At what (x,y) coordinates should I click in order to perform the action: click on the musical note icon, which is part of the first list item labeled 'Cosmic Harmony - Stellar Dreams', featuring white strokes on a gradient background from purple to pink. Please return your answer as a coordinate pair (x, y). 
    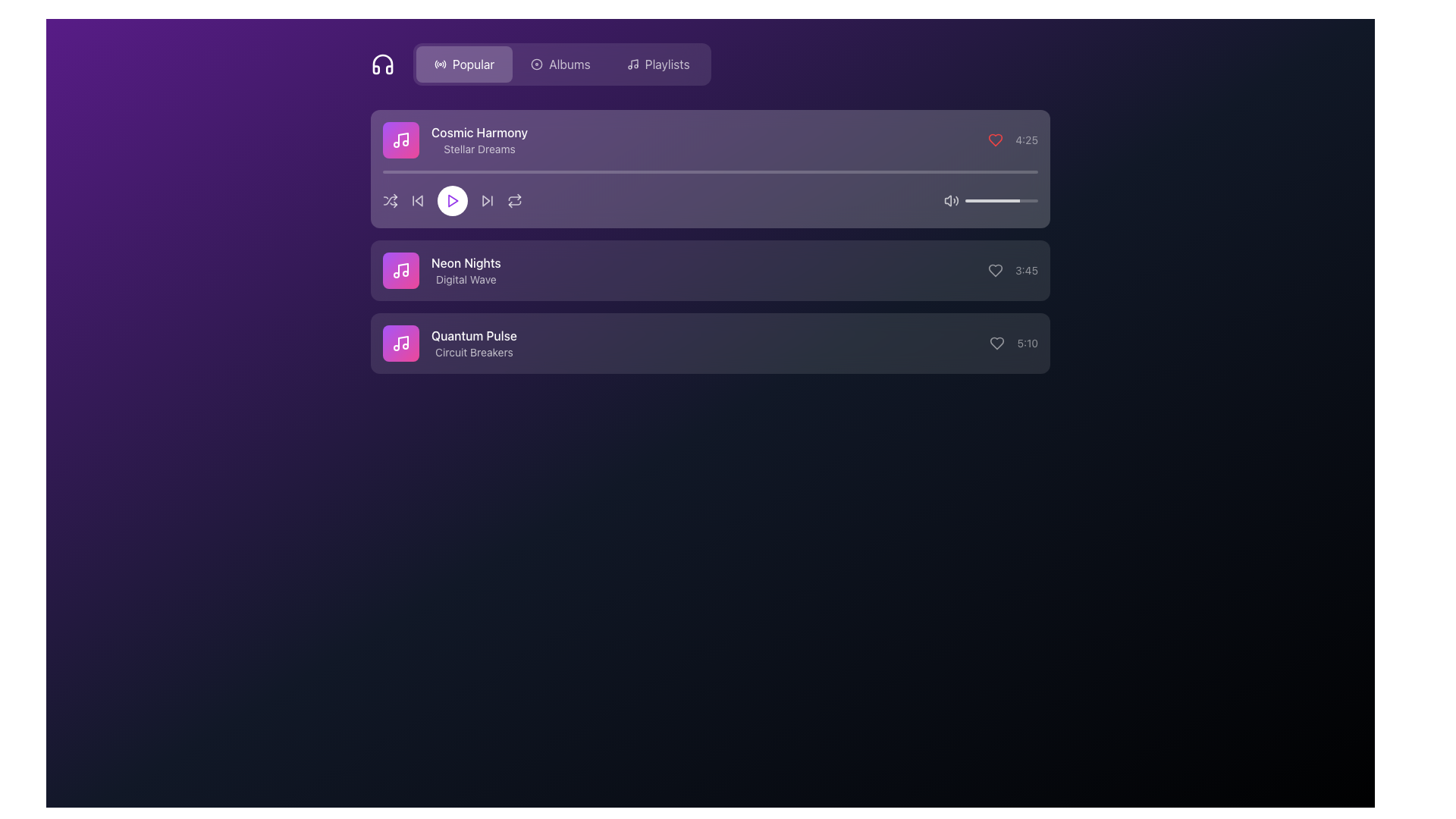
    Looking at the image, I should click on (400, 140).